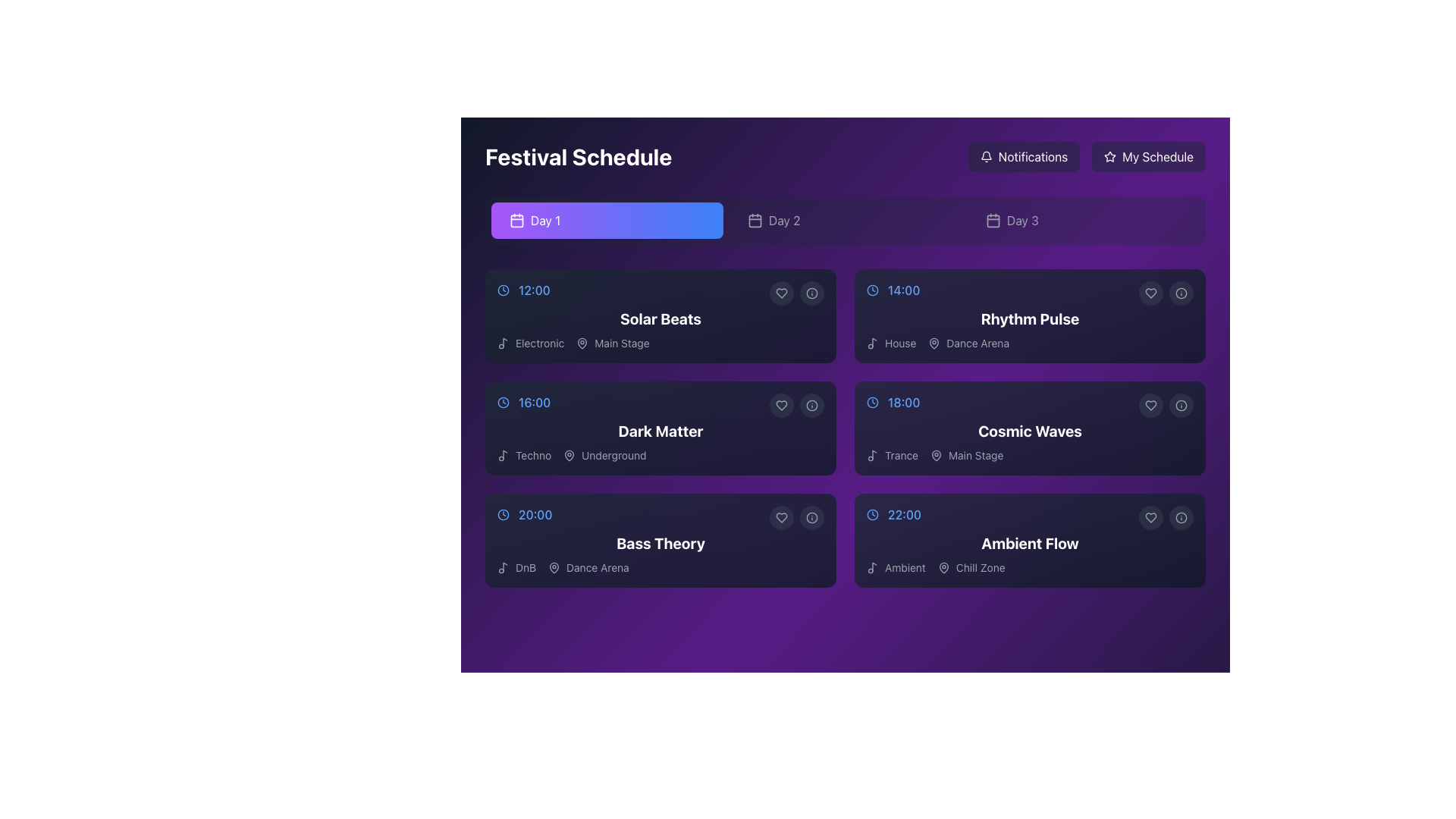  Describe the element at coordinates (873, 402) in the screenshot. I see `the blue outlined circular graphical decoration within the clock icon located near the '18:00' time label in the schedule for 'Cosmic Waves'` at that location.